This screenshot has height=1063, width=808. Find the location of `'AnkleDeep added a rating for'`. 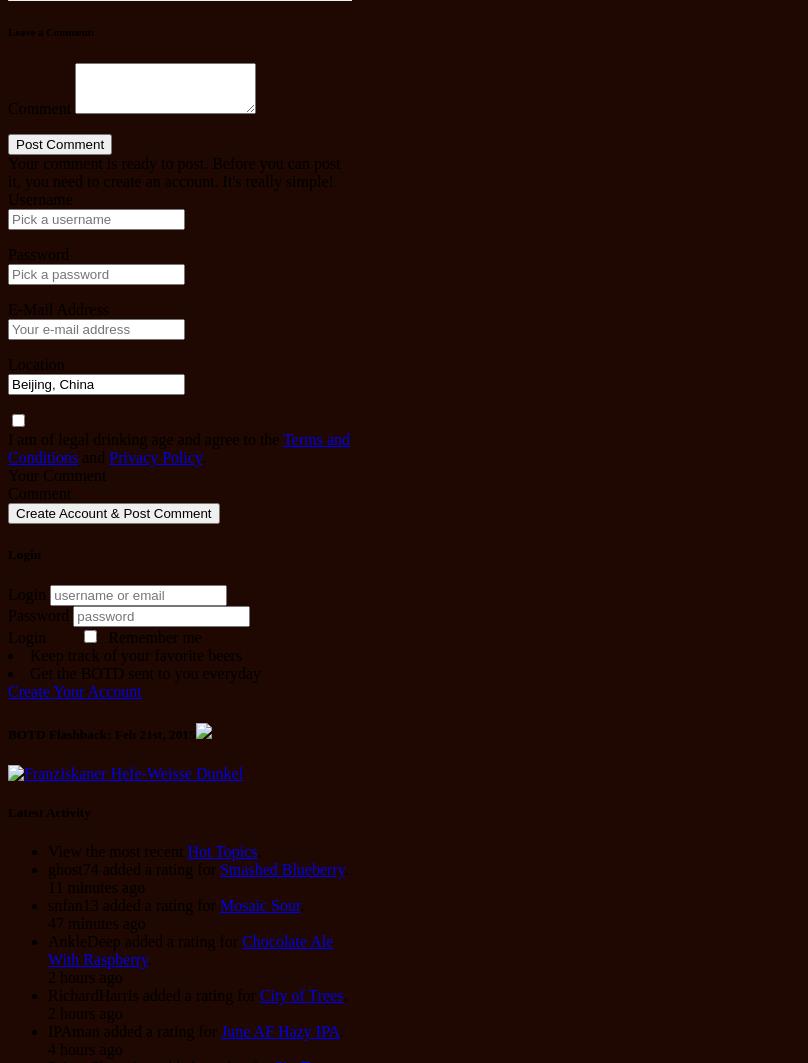

'AnkleDeep added a rating for' is located at coordinates (144, 940).